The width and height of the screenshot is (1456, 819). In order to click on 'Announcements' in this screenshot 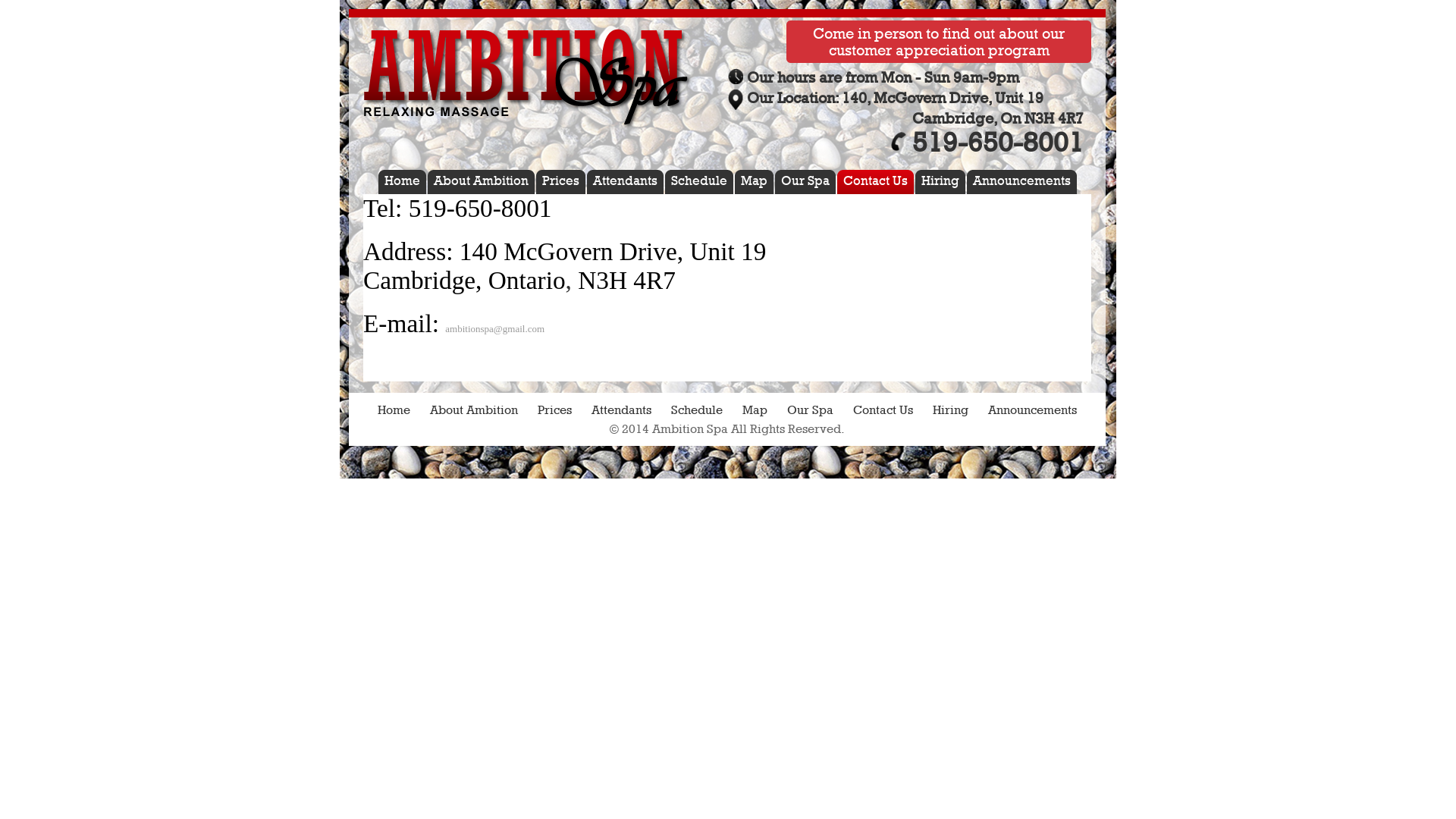, I will do `click(1031, 409)`.